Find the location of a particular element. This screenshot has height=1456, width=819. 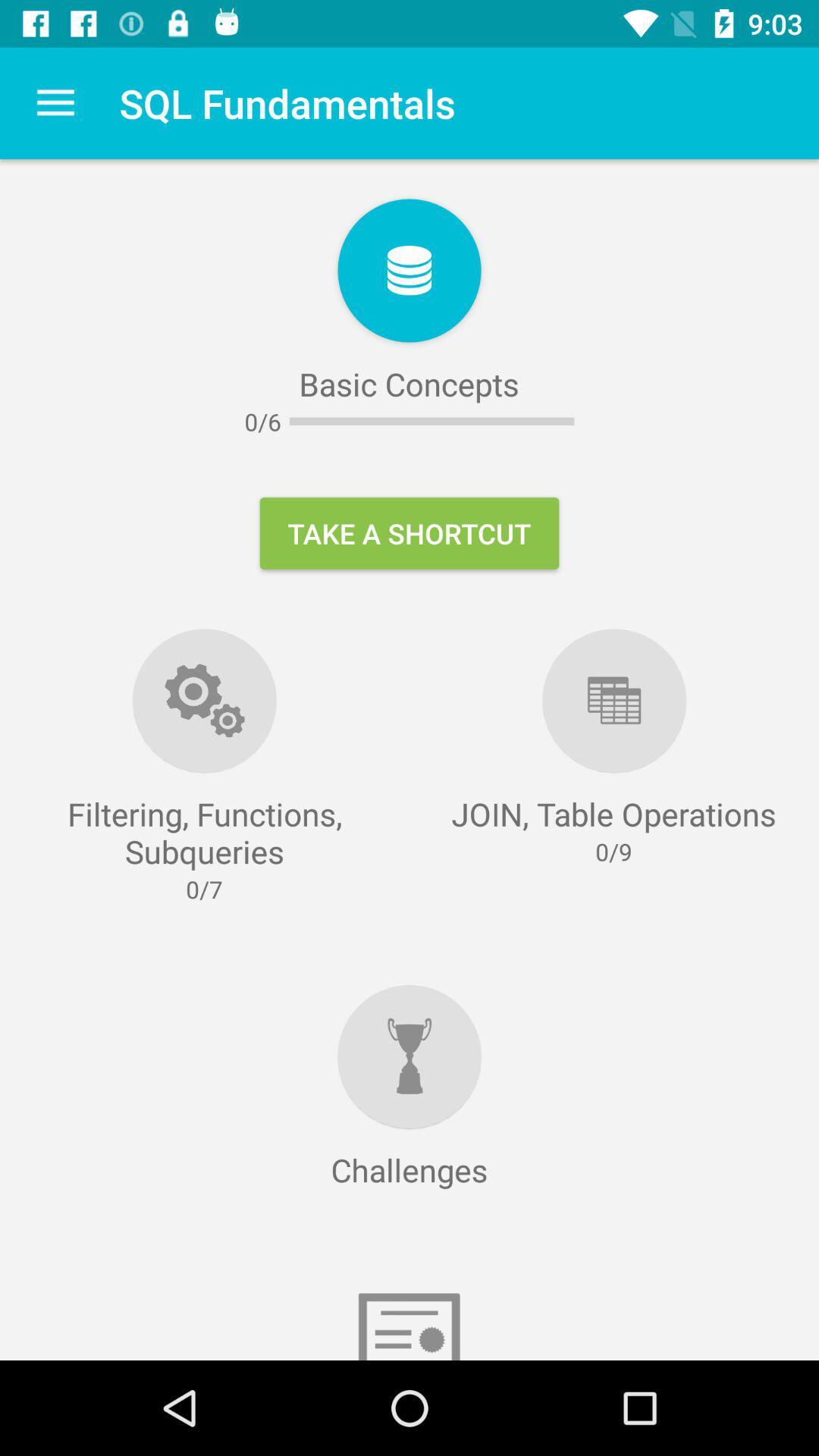

the take a shortcut is located at coordinates (409, 533).